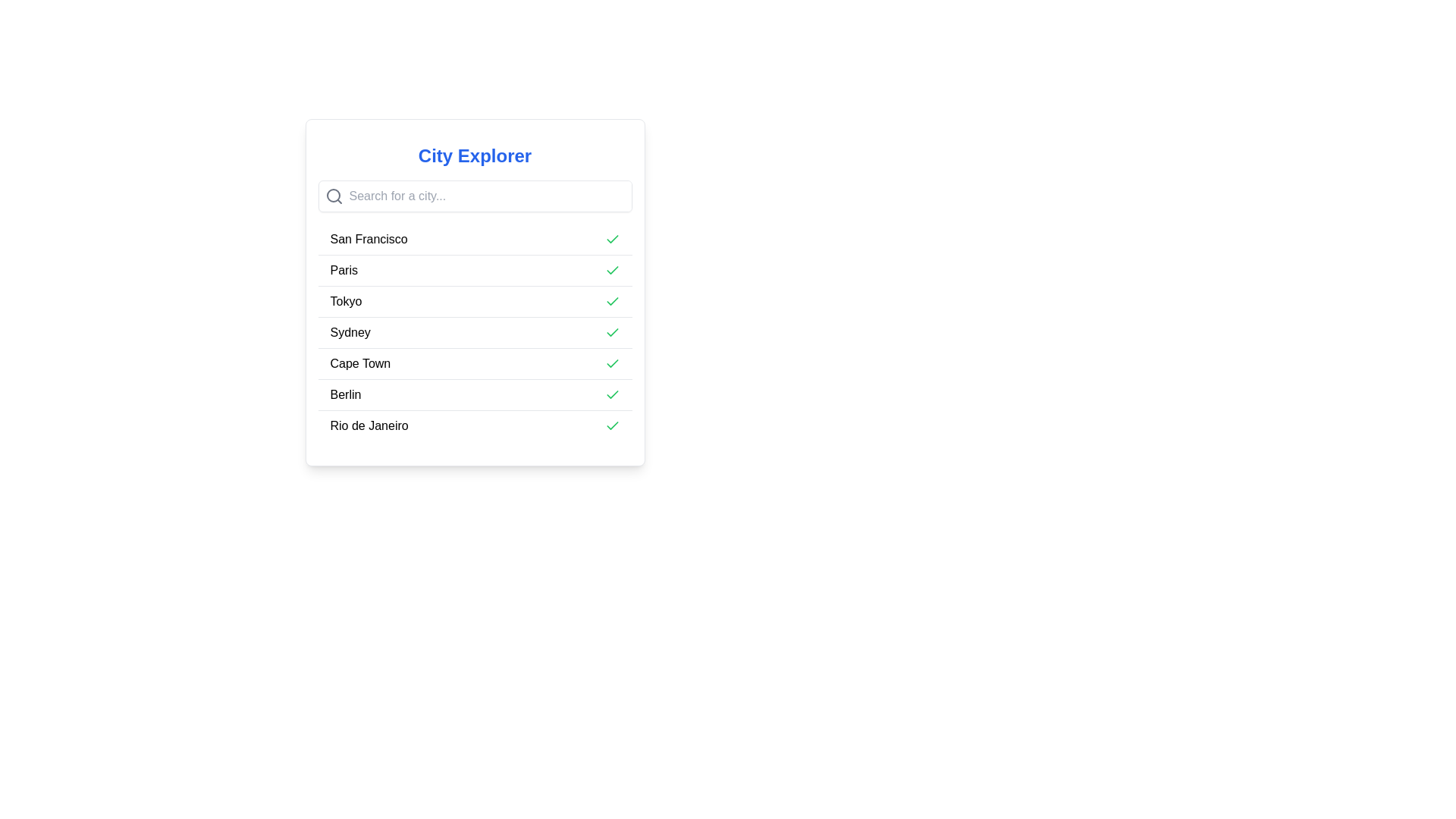 The image size is (1456, 819). I want to click on the approval icon next to the text 'Paris' in the structured table layout to indicate its status, so click(612, 239).